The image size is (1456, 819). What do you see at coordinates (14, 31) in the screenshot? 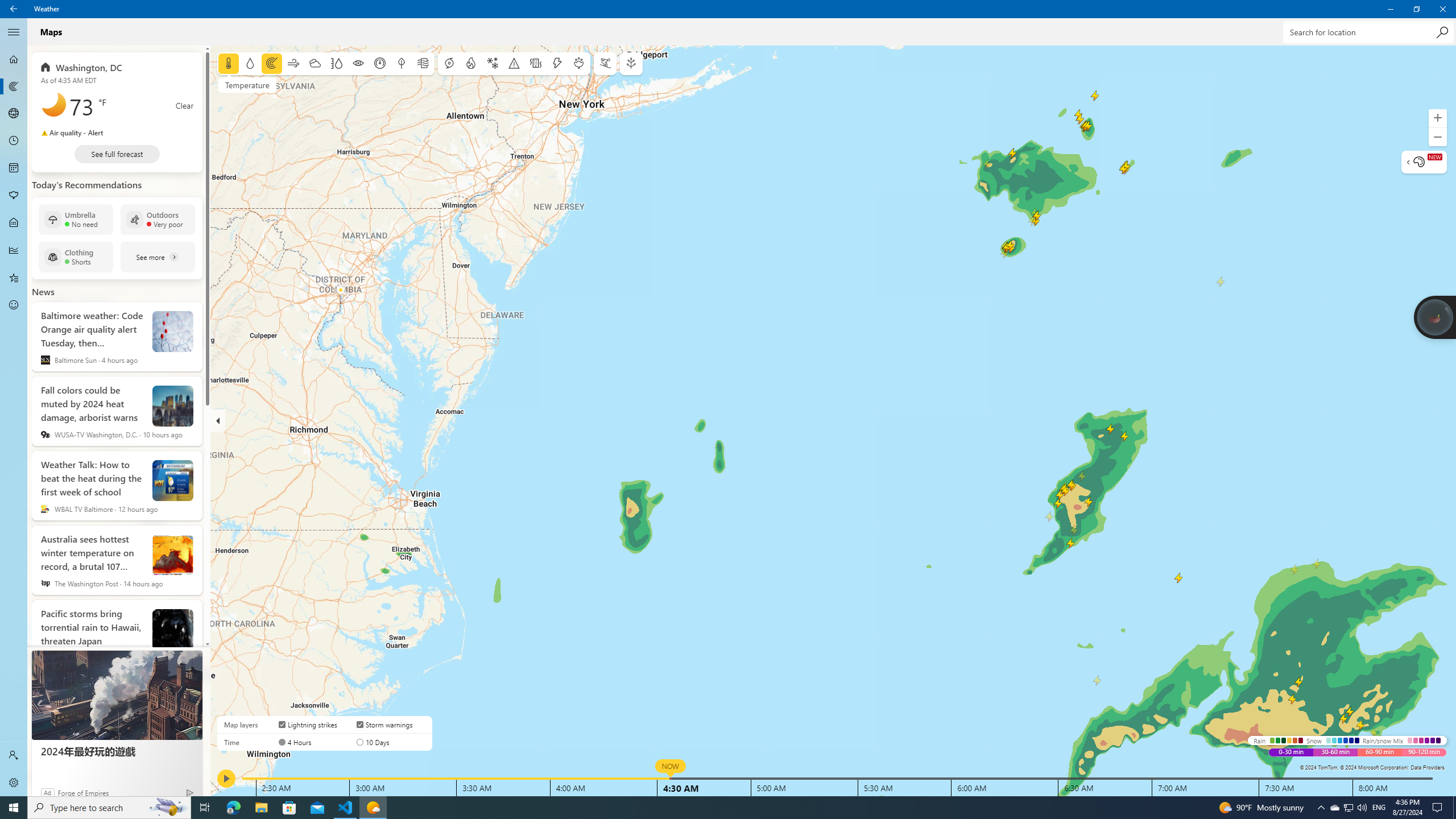
I see `'Collapse Navigation'` at bounding box center [14, 31].